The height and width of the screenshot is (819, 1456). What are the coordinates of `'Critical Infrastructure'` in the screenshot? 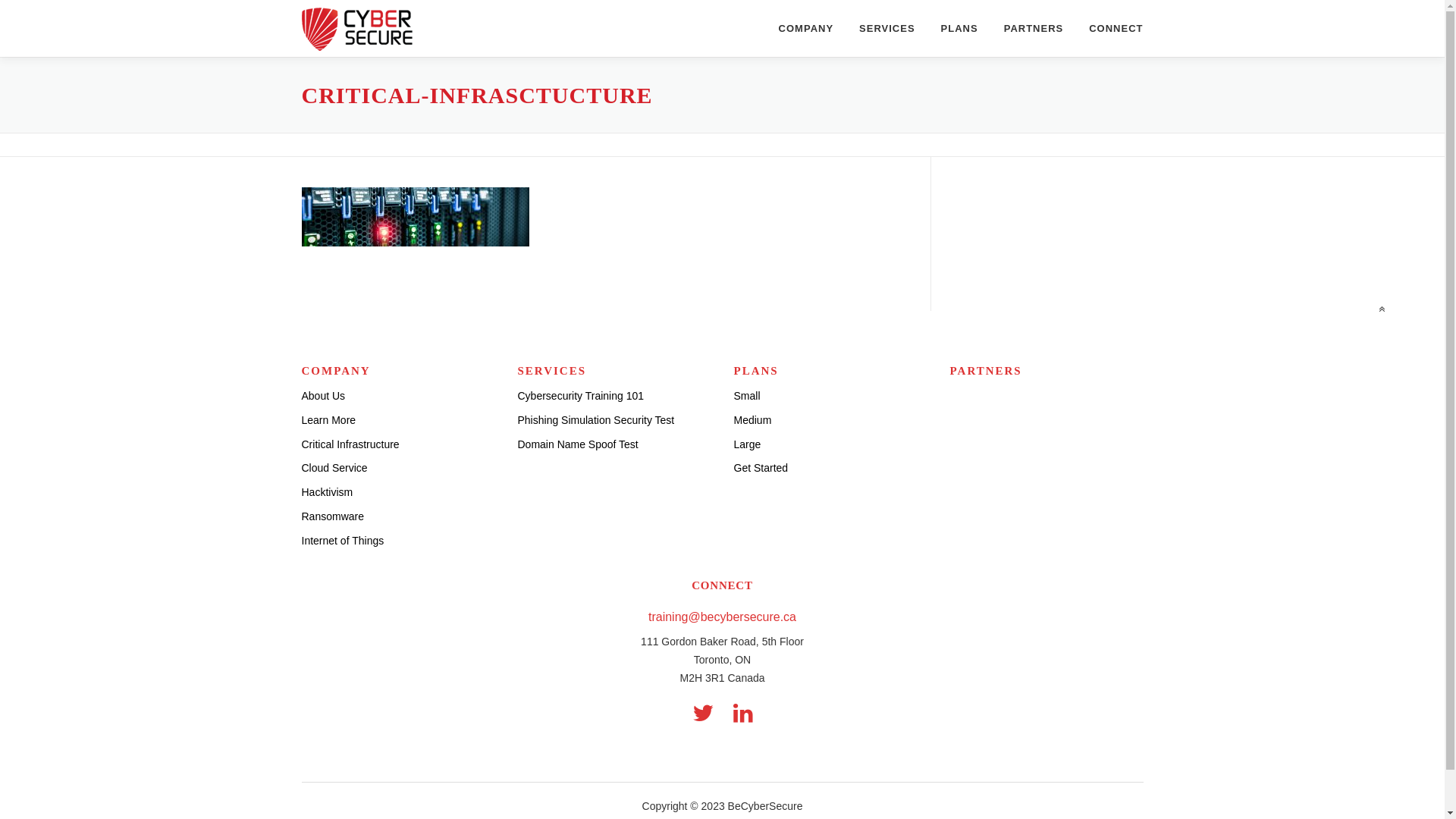 It's located at (350, 444).